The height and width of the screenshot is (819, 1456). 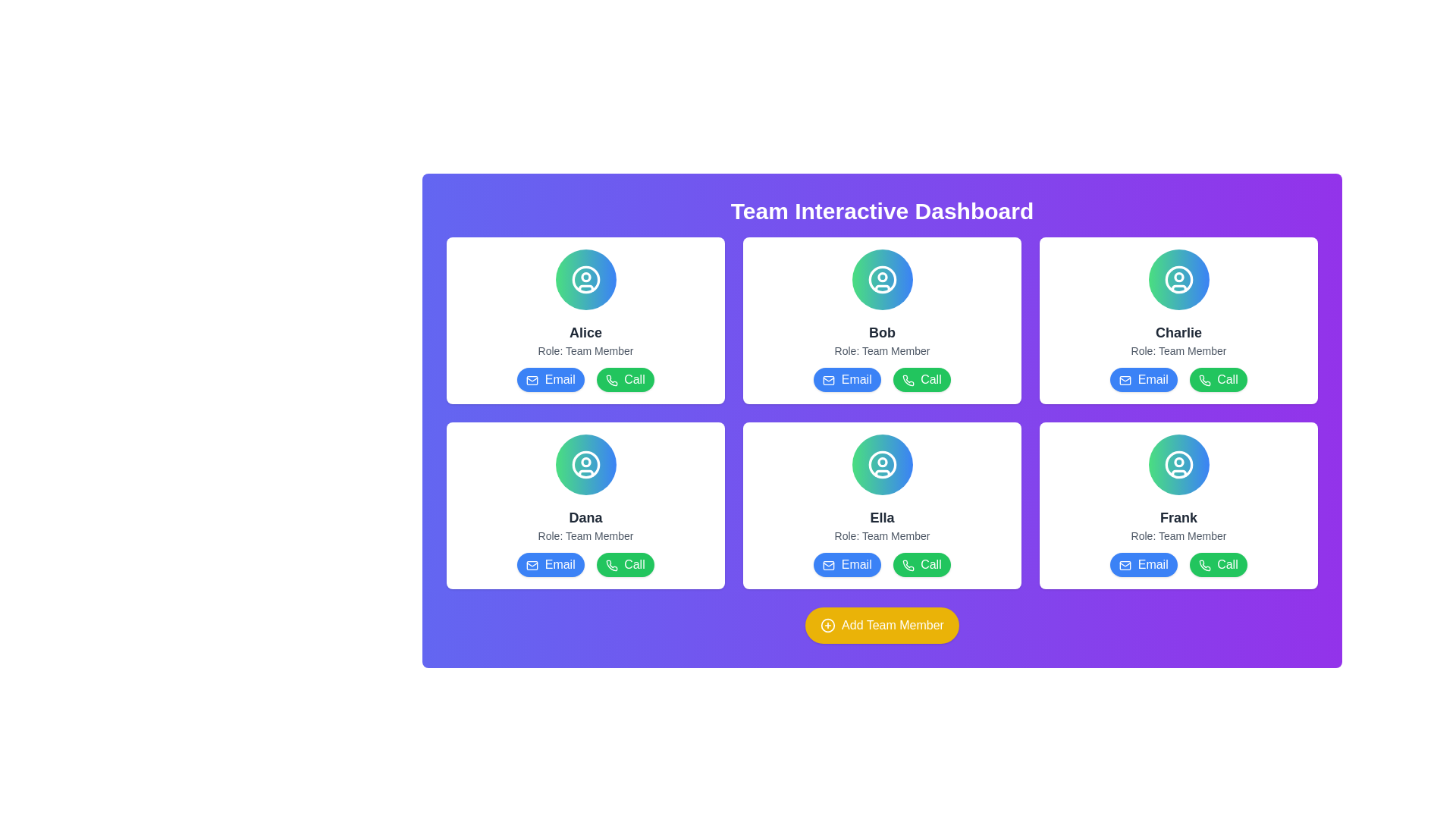 What do you see at coordinates (585, 280) in the screenshot?
I see `the Icon component in the center of Alice's profile picture located in the top-left card of the layout` at bounding box center [585, 280].